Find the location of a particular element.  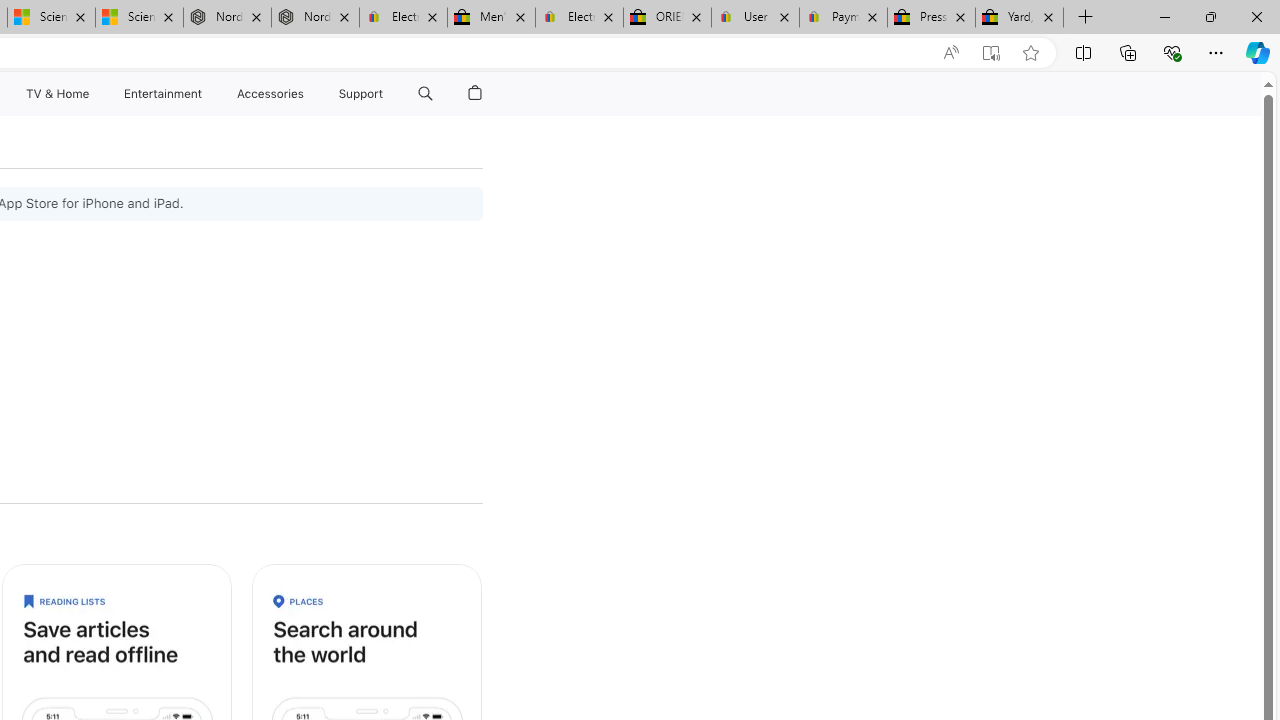

'User Privacy Notice | eBay' is located at coordinates (754, 17).